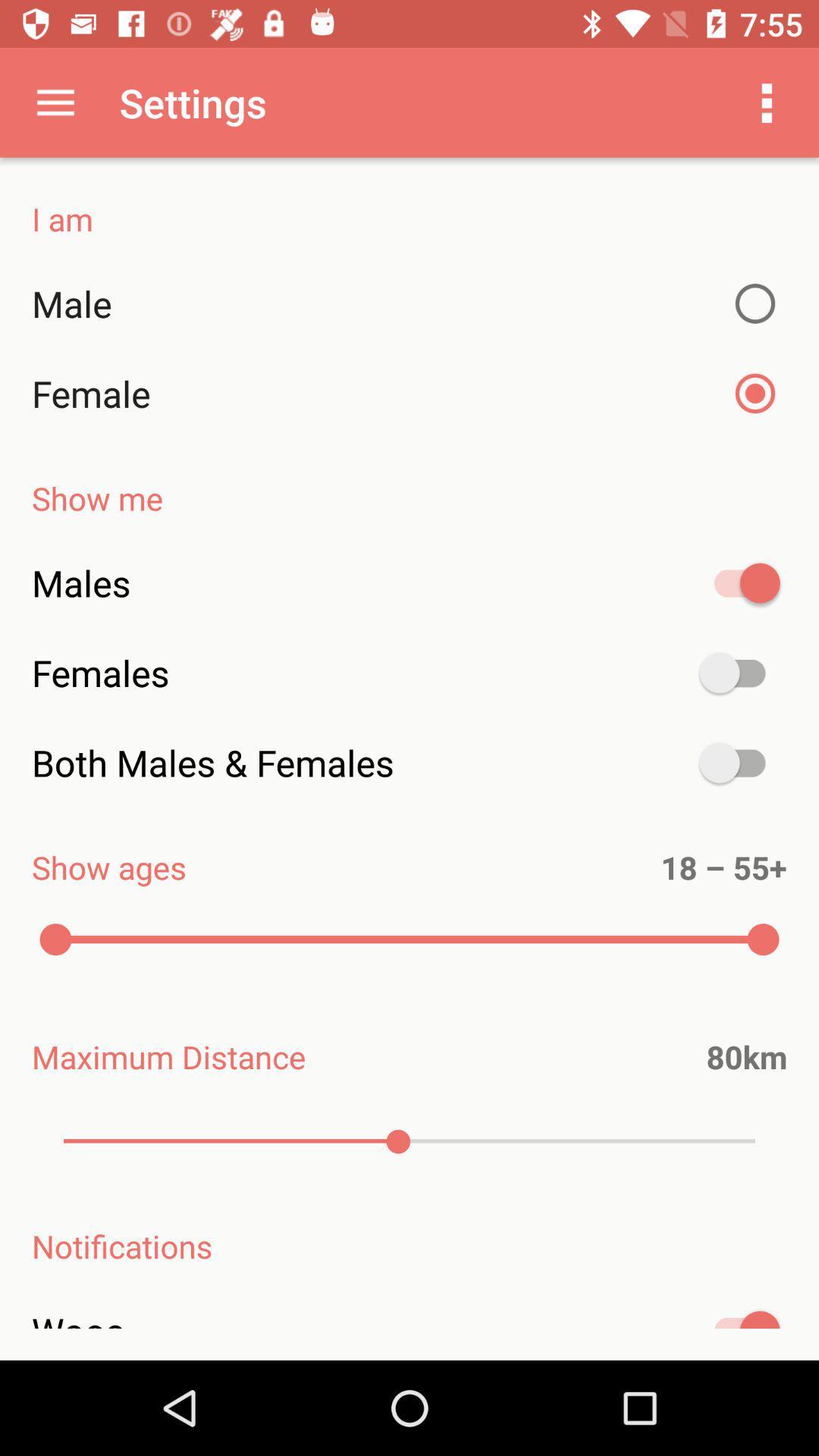 This screenshot has width=819, height=1456. What do you see at coordinates (409, 763) in the screenshot?
I see `both males & females item` at bounding box center [409, 763].